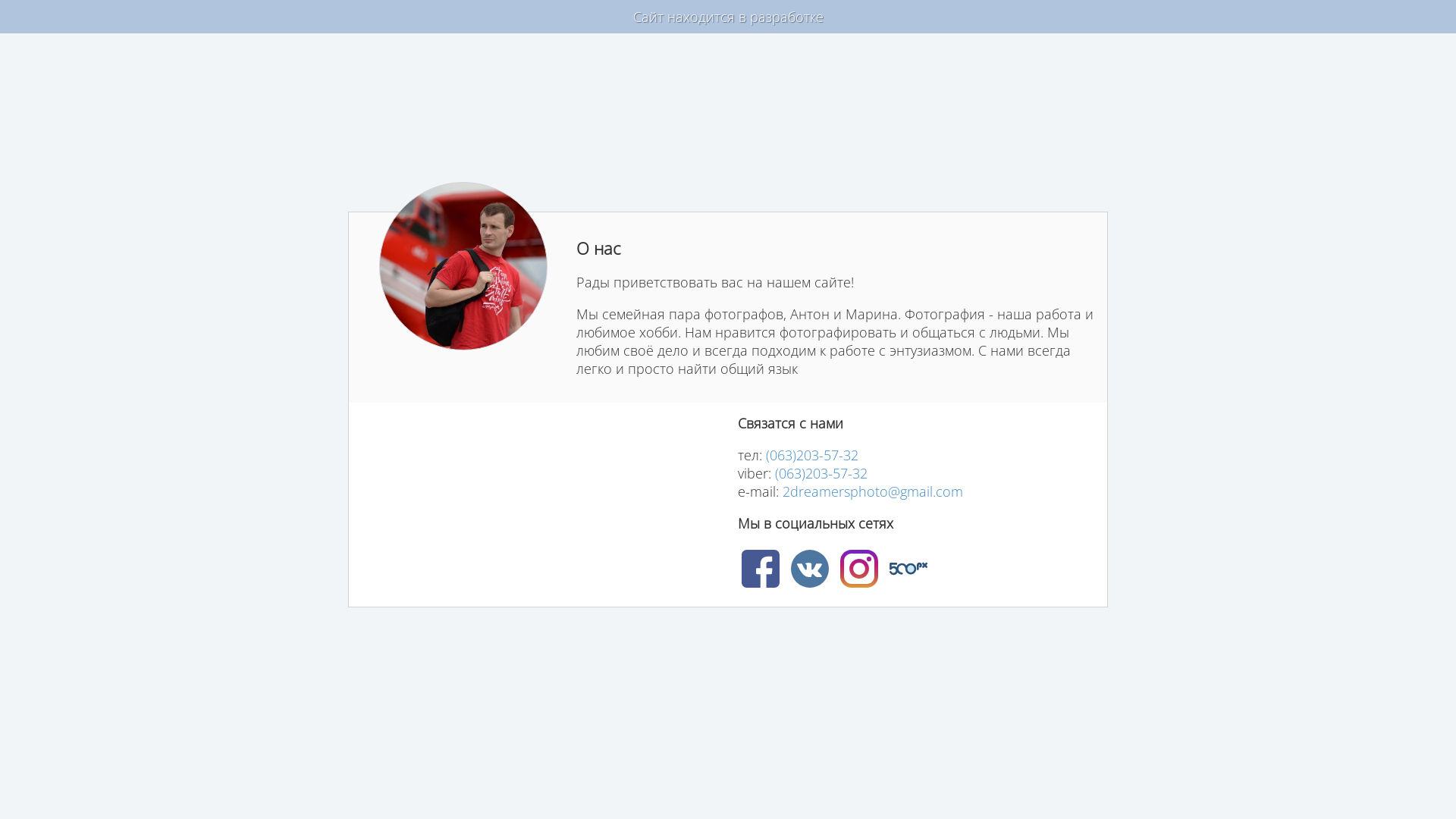 This screenshot has height=819, width=1456. What do you see at coordinates (789, 568) in the screenshot?
I see `'Vkontakte'` at bounding box center [789, 568].